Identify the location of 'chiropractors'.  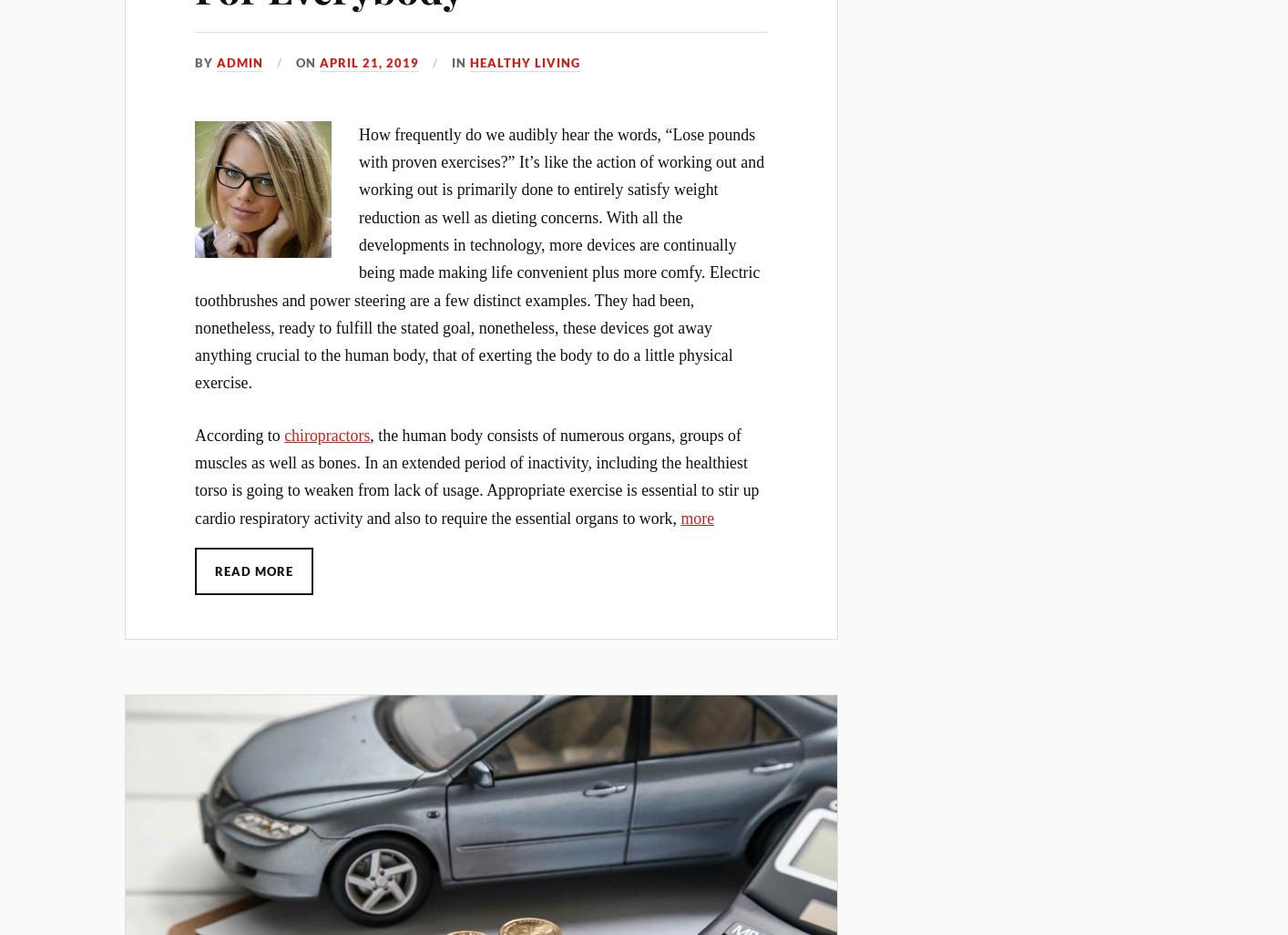
(283, 433).